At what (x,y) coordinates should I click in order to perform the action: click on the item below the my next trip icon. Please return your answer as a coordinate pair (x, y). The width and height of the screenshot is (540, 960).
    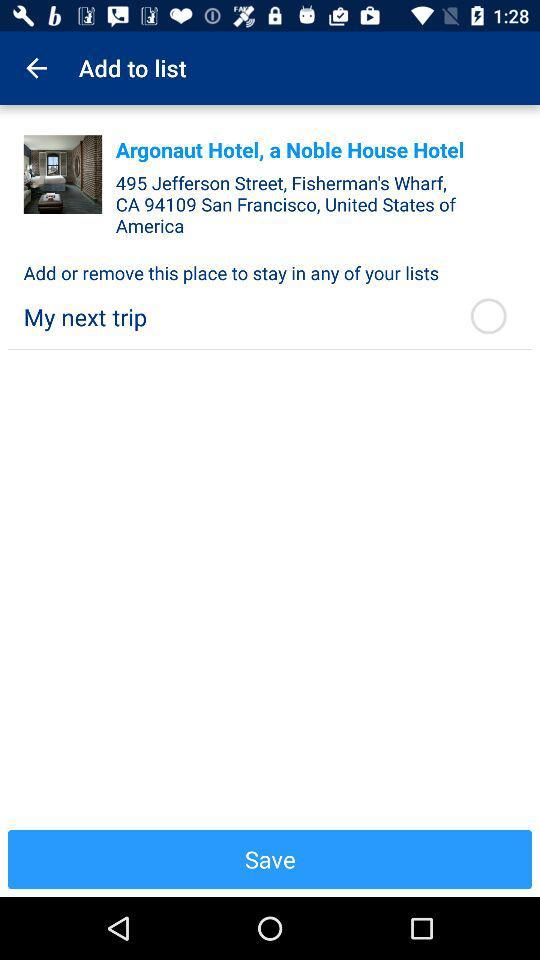
    Looking at the image, I should click on (270, 858).